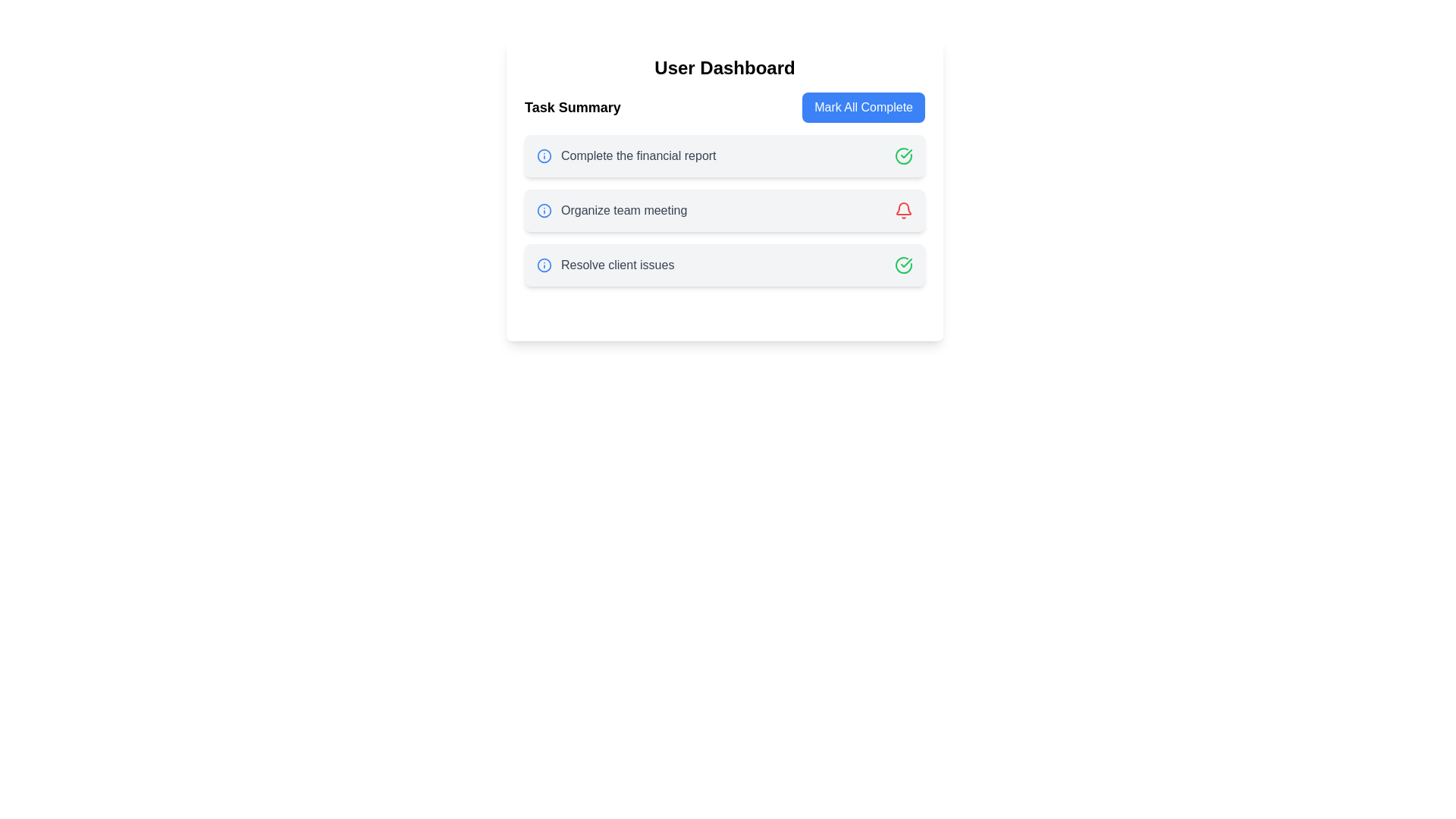  Describe the element at coordinates (544, 210) in the screenshot. I see `the SVG Circle element that serves as the background for the icon representing 'Organize team meeting' located in the second row of the list` at that location.